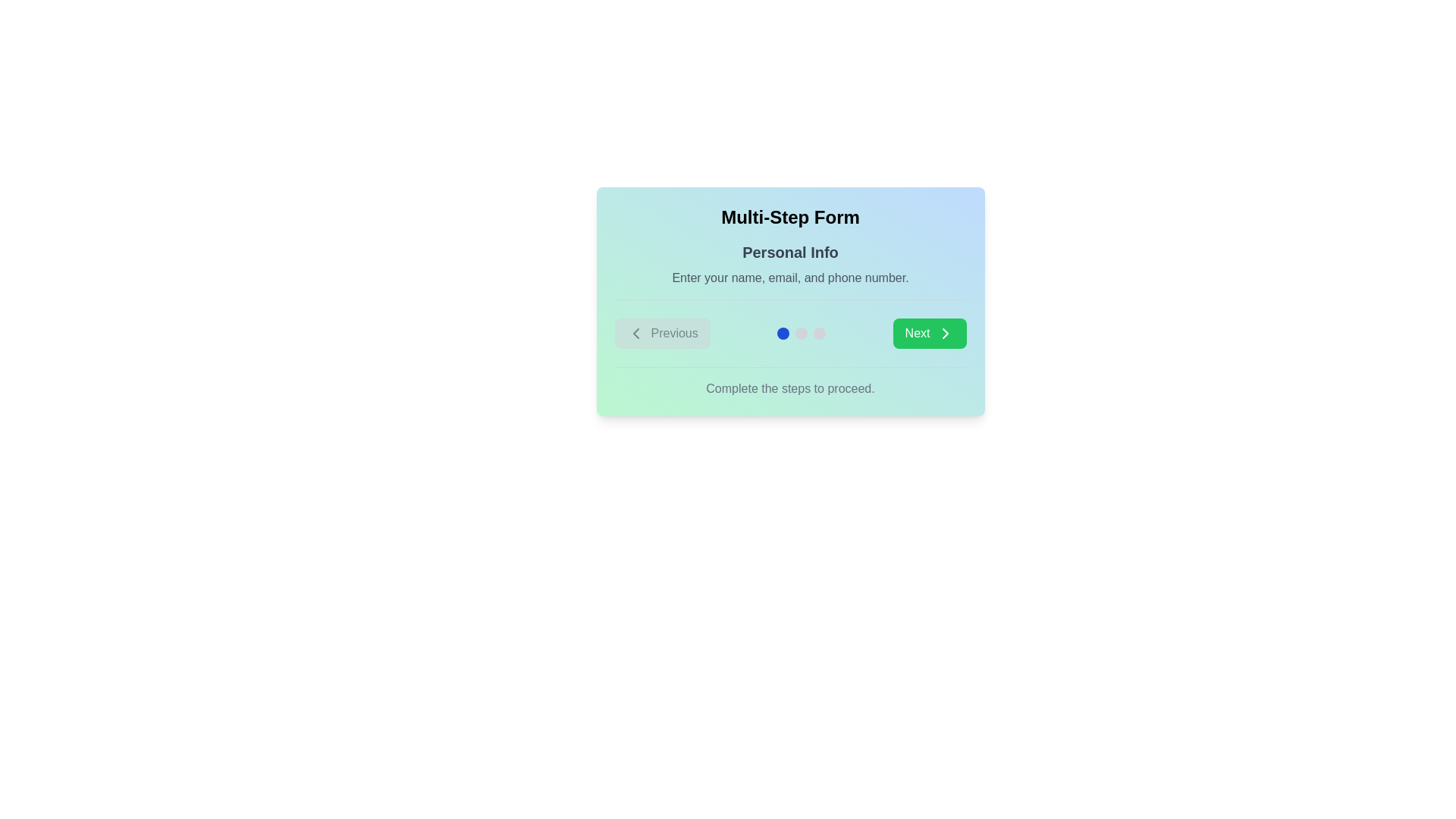  Describe the element at coordinates (635, 332) in the screenshot. I see `the left-pointing chevron icon within the 'Previous' button` at that location.